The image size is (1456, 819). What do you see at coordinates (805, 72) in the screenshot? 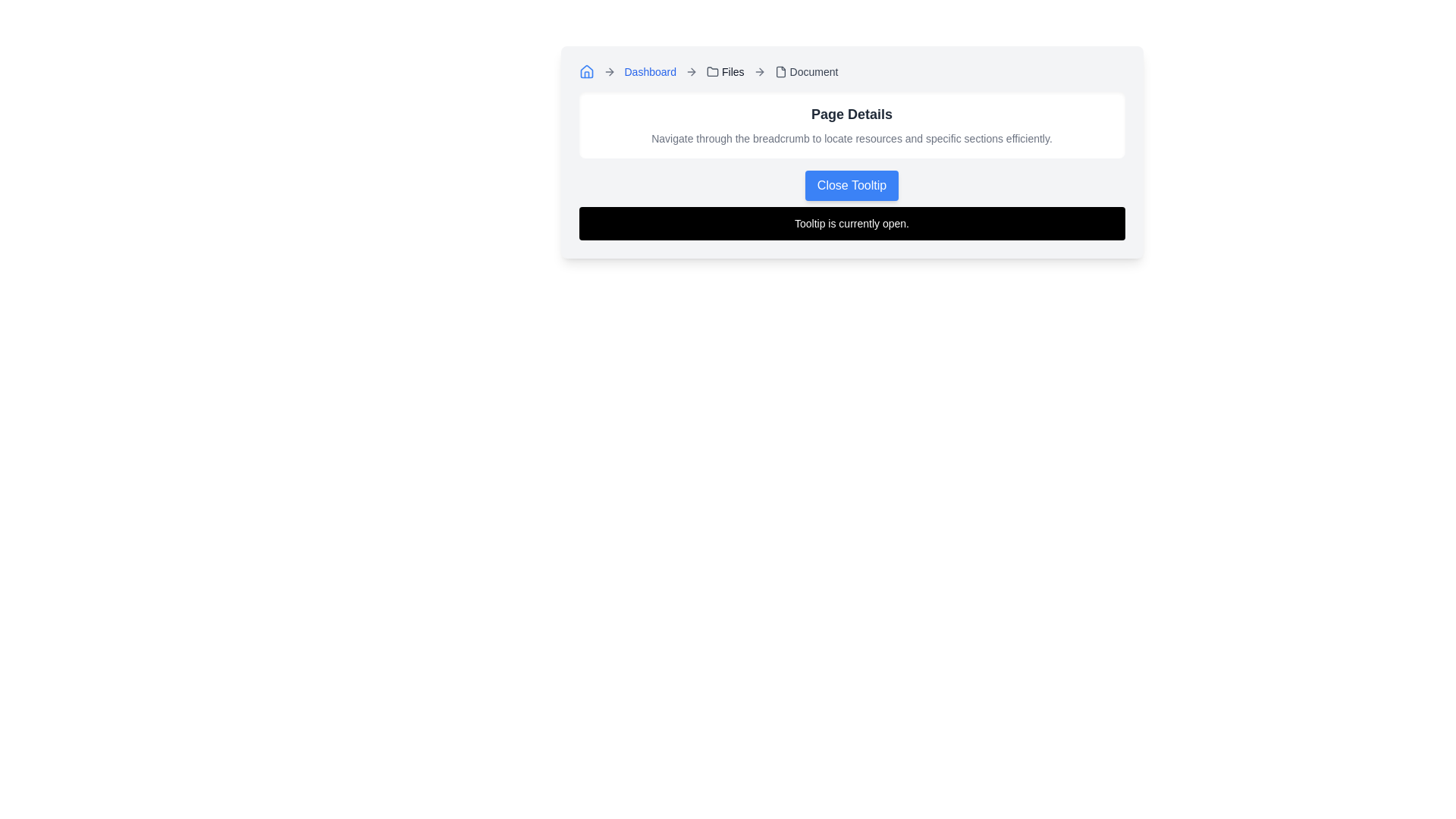
I see `the Breadcrumb navigation item labeled 'Document', which is the last item in the breadcrumb series and has a file icon to its left` at bounding box center [805, 72].